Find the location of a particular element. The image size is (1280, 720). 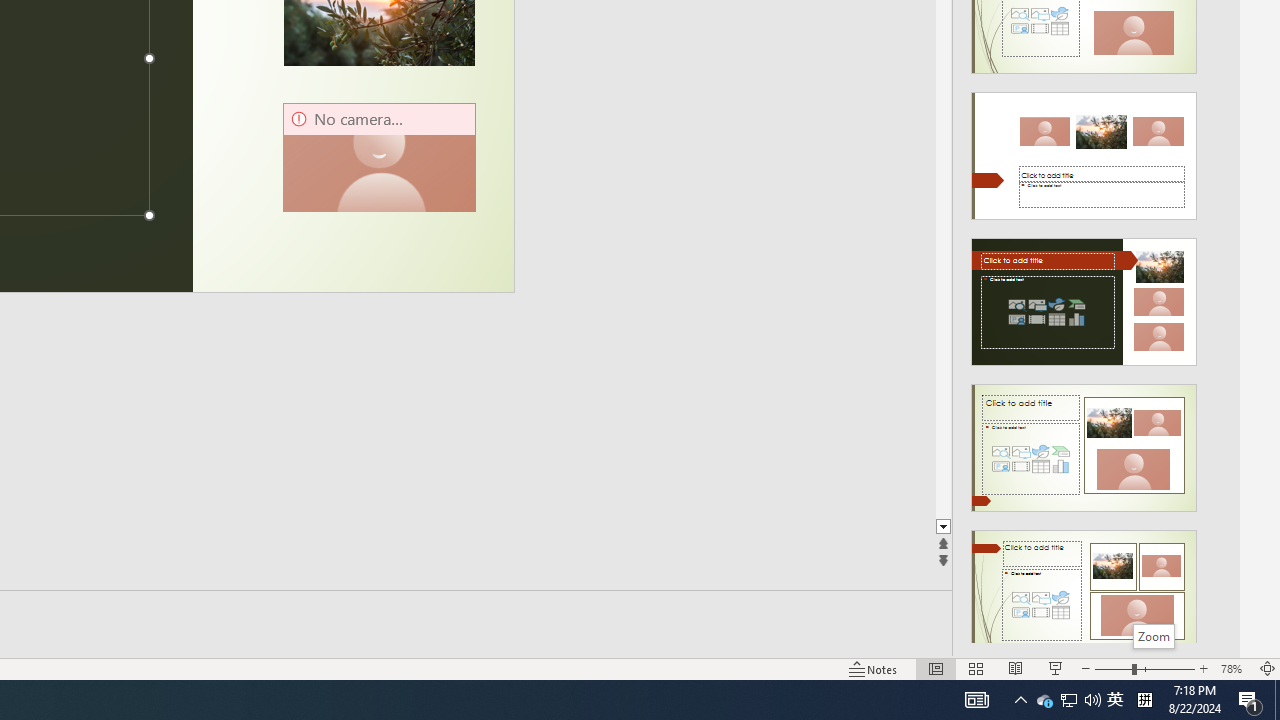

'Camera 13, No camera detected.' is located at coordinates (379, 157).